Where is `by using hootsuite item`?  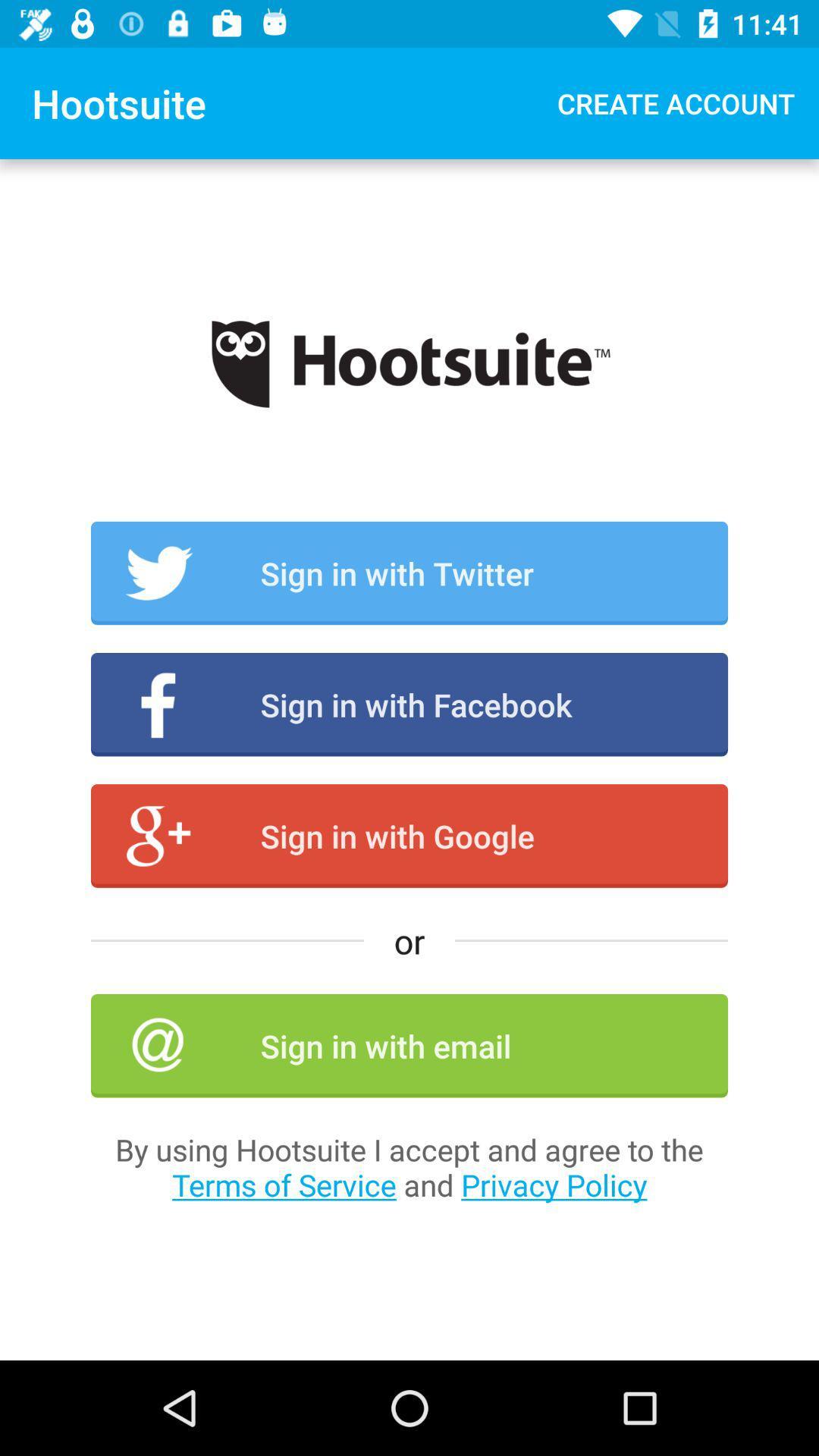
by using hootsuite item is located at coordinates (409, 1166).